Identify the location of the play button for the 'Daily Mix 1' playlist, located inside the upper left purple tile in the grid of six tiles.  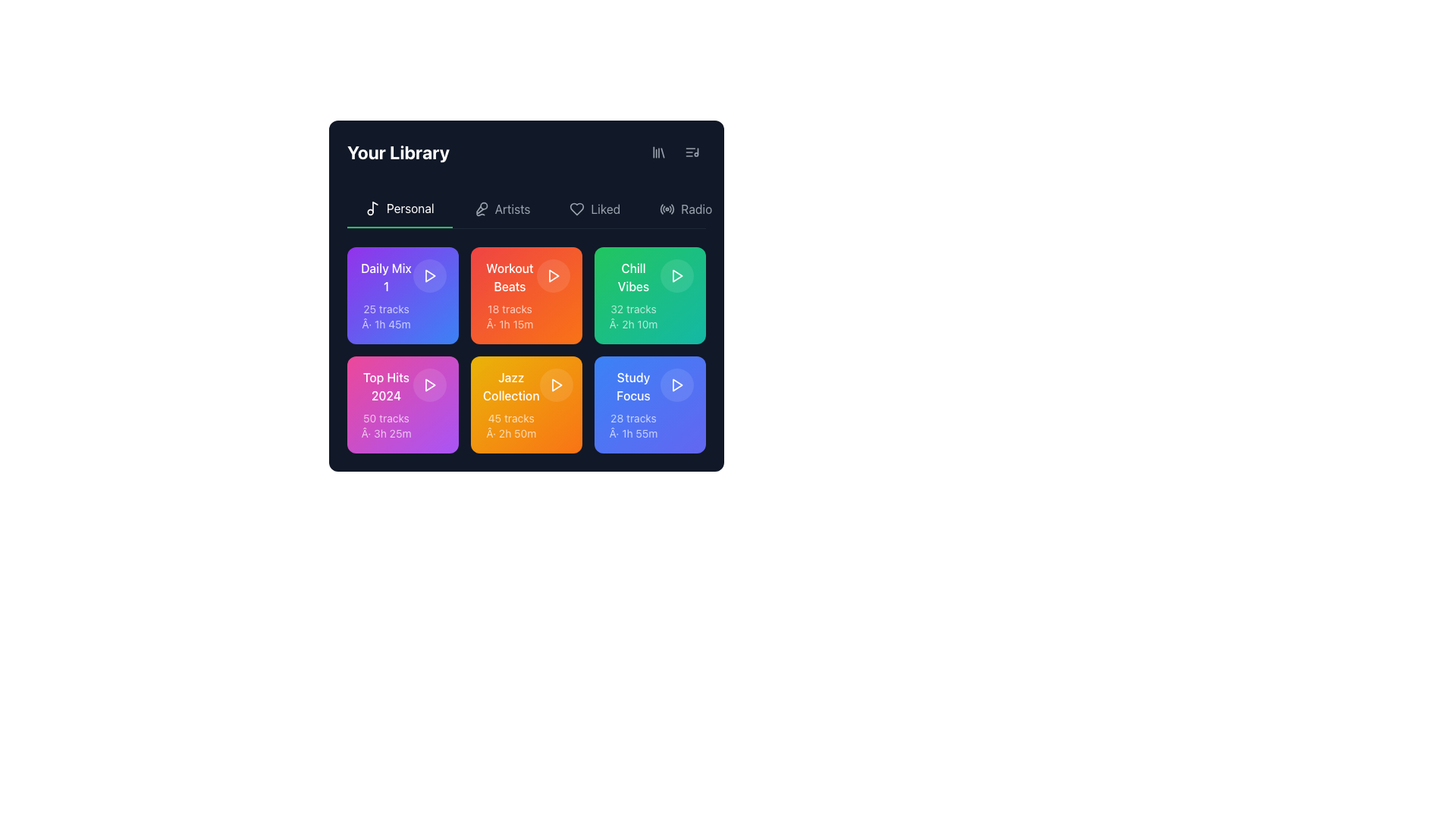
(429, 275).